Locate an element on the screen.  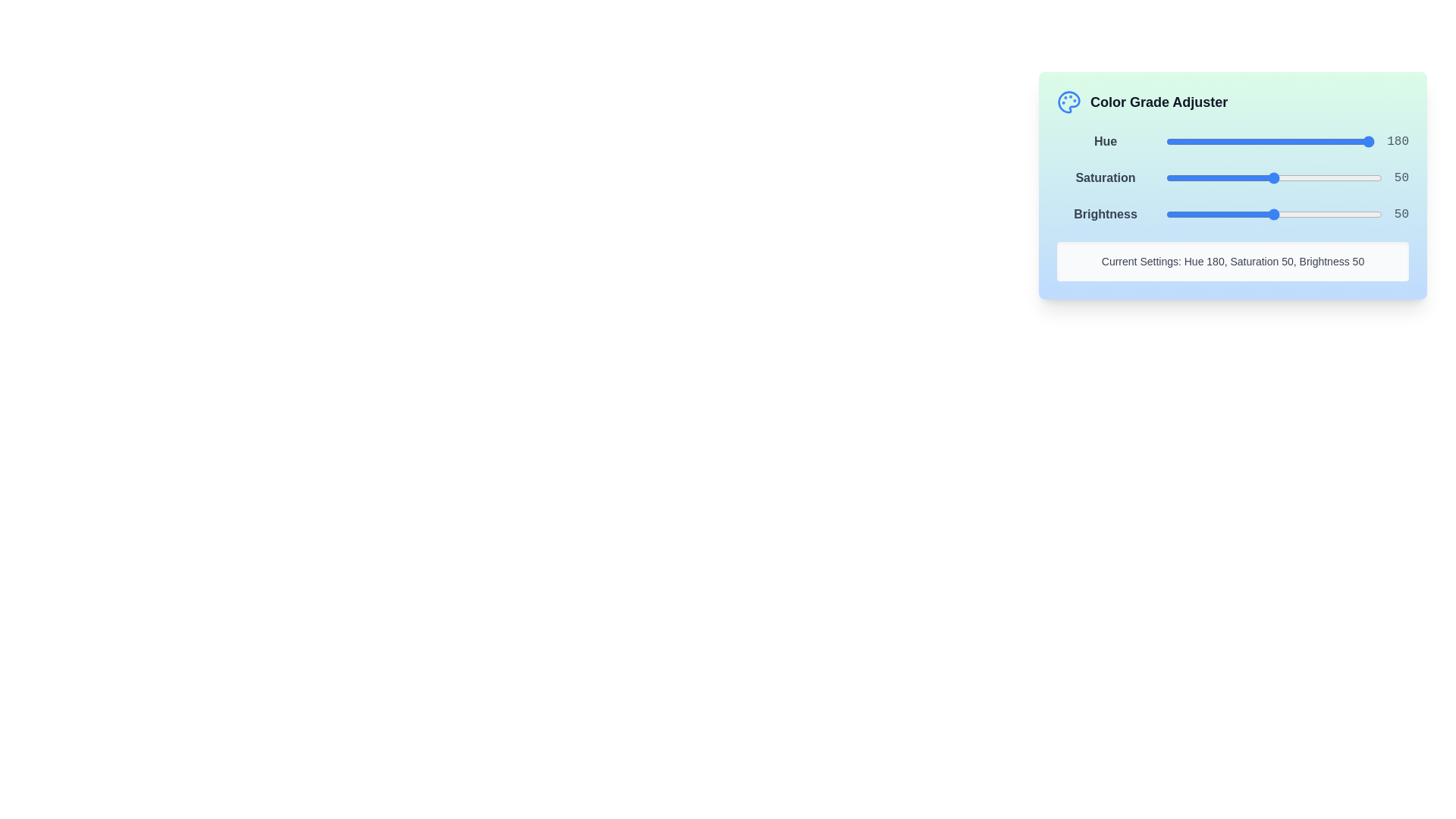
the Palette icon to activate its functionality is located at coordinates (1068, 102).